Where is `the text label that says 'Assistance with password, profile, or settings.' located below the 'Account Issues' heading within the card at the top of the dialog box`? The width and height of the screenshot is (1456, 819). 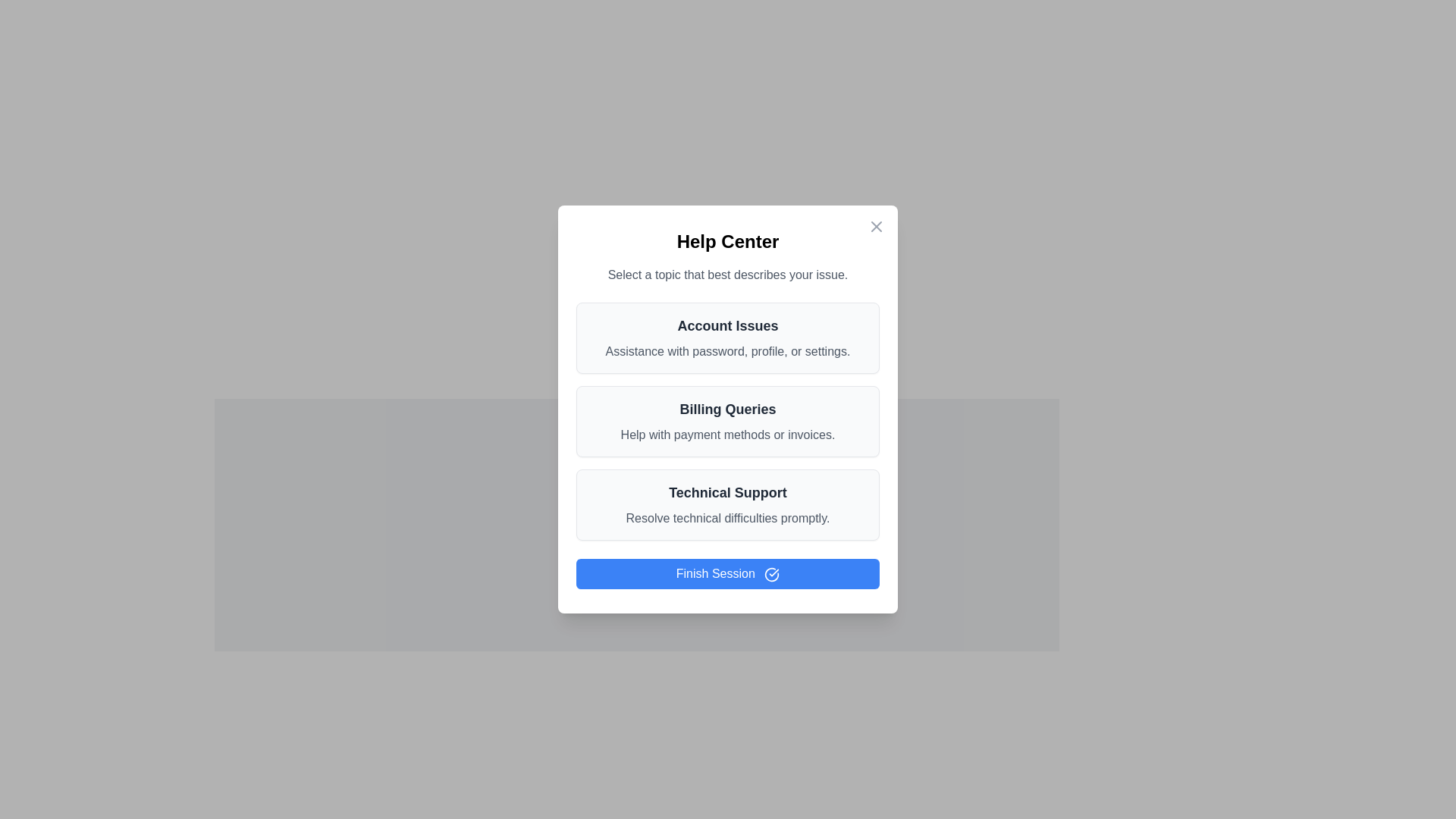
the text label that says 'Assistance with password, profile, or settings.' located below the 'Account Issues' heading within the card at the top of the dialog box is located at coordinates (728, 351).